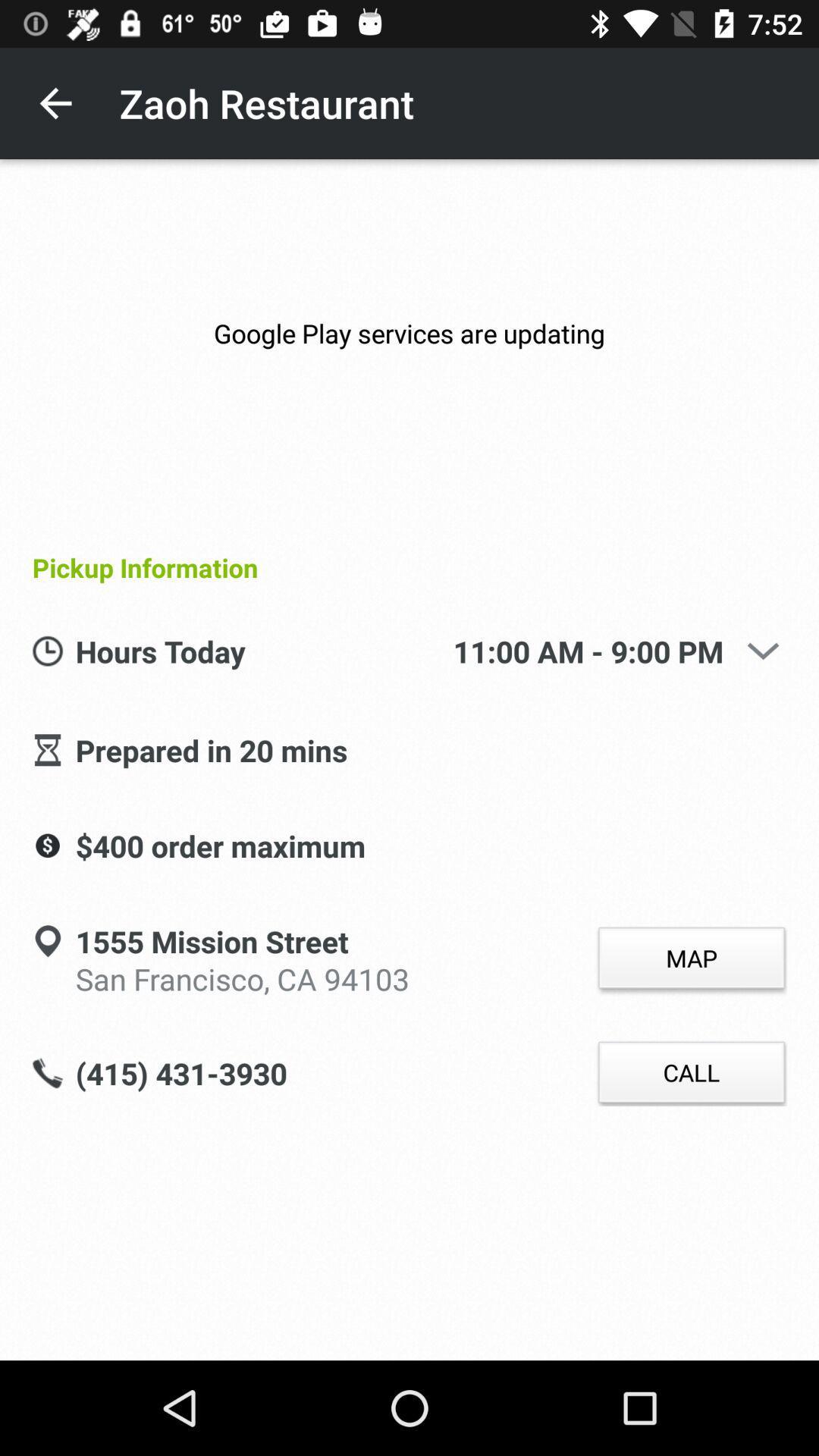  I want to click on the call, so click(691, 1072).